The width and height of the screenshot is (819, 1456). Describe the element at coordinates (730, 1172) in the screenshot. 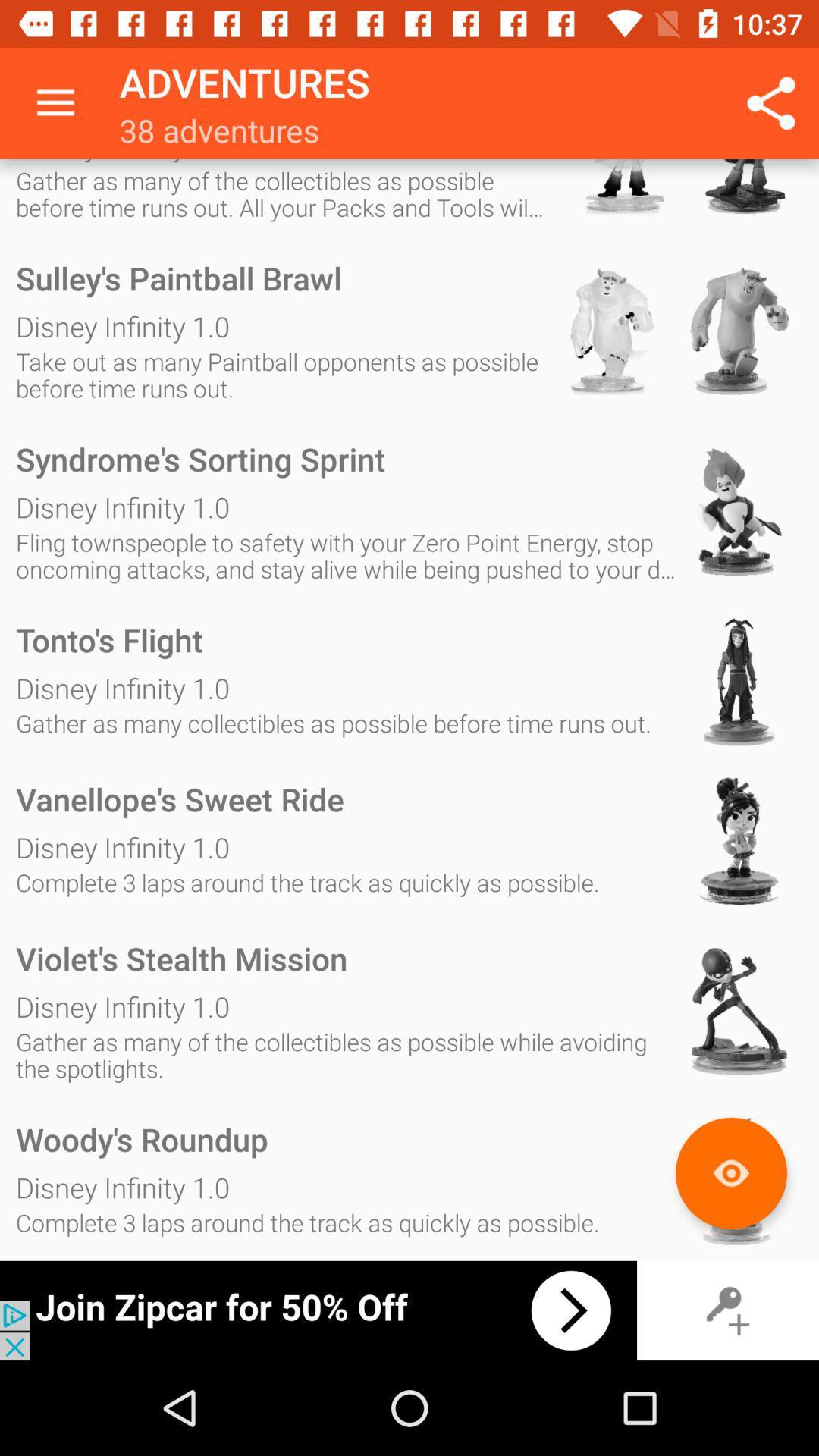

I see `the visibility icon` at that location.